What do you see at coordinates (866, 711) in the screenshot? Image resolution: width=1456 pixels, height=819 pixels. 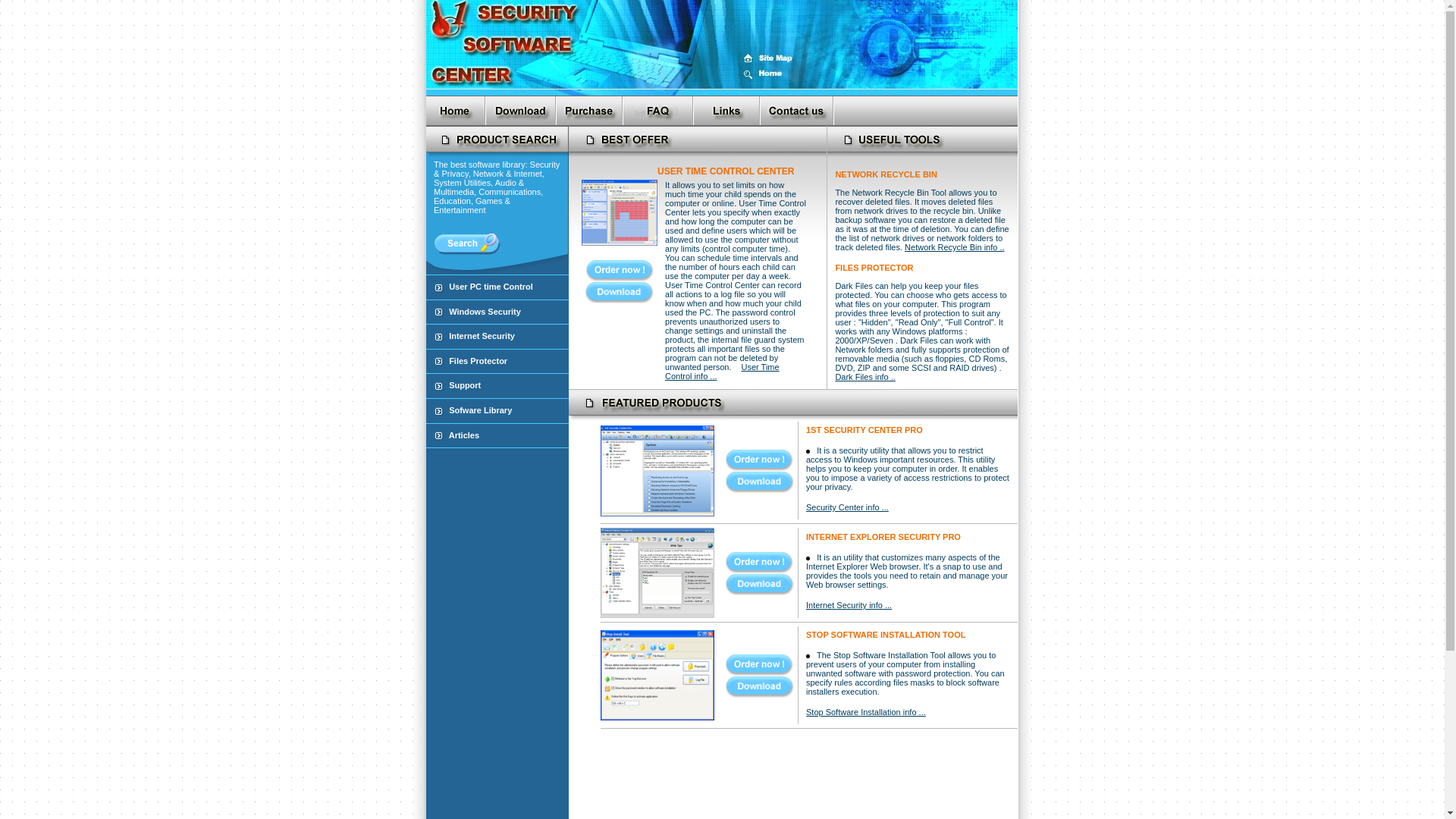 I see `'Stop Software Installation info ...'` at bounding box center [866, 711].